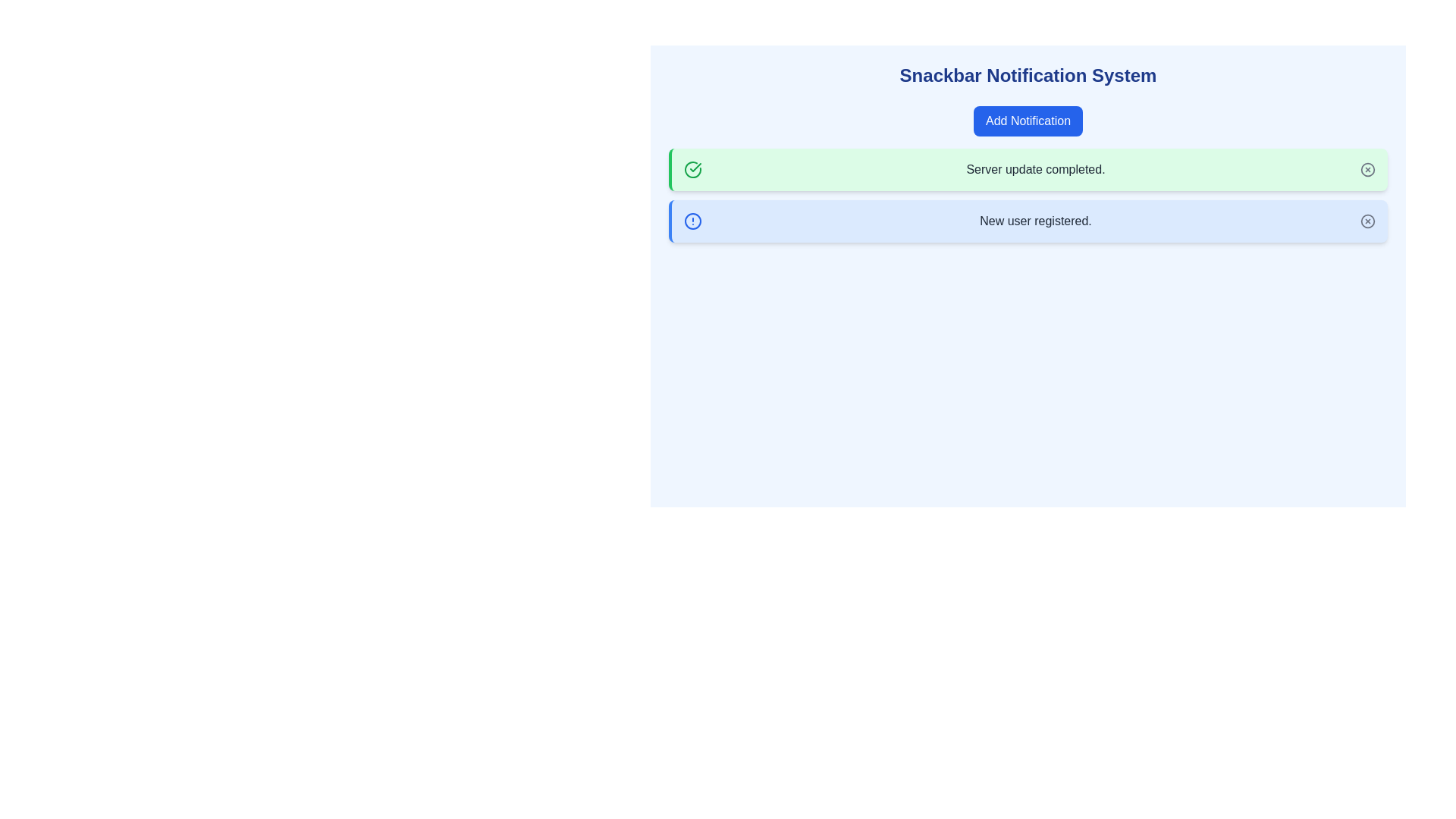 The image size is (1456, 819). I want to click on the 'Add Notification' button to add a new notification, so click(1028, 120).